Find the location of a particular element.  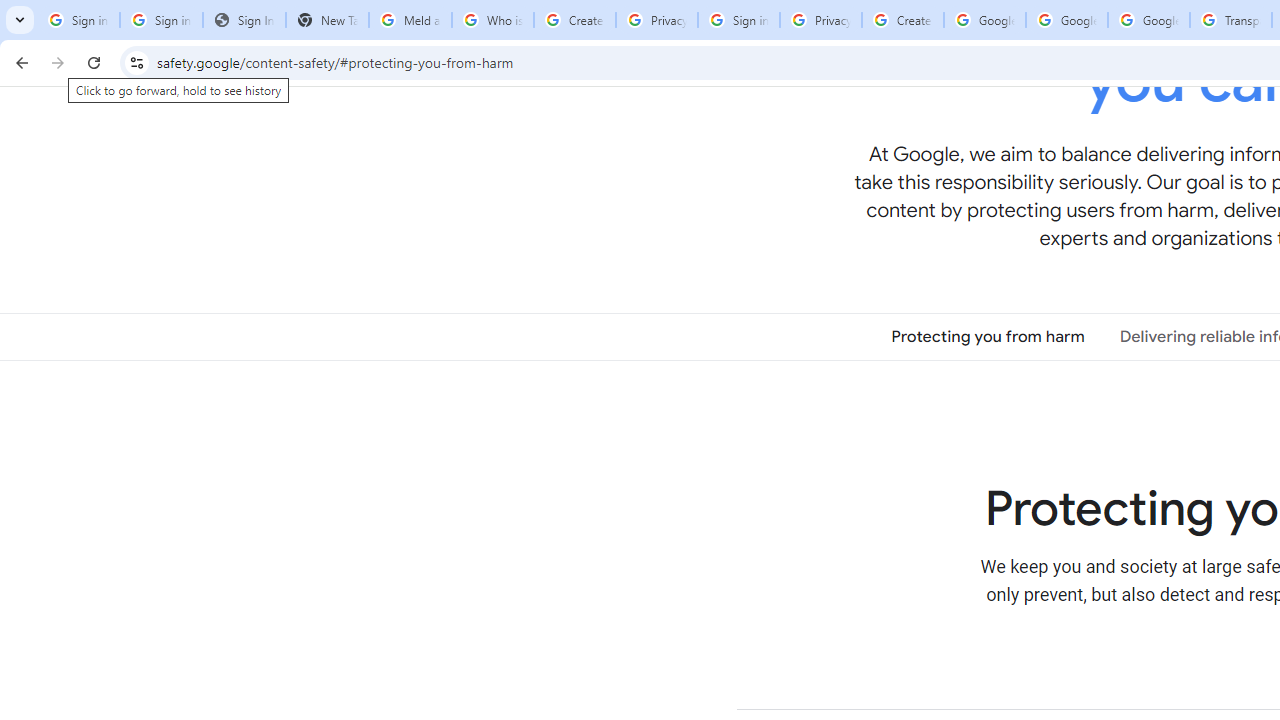

'New Tab' is located at coordinates (327, 20).